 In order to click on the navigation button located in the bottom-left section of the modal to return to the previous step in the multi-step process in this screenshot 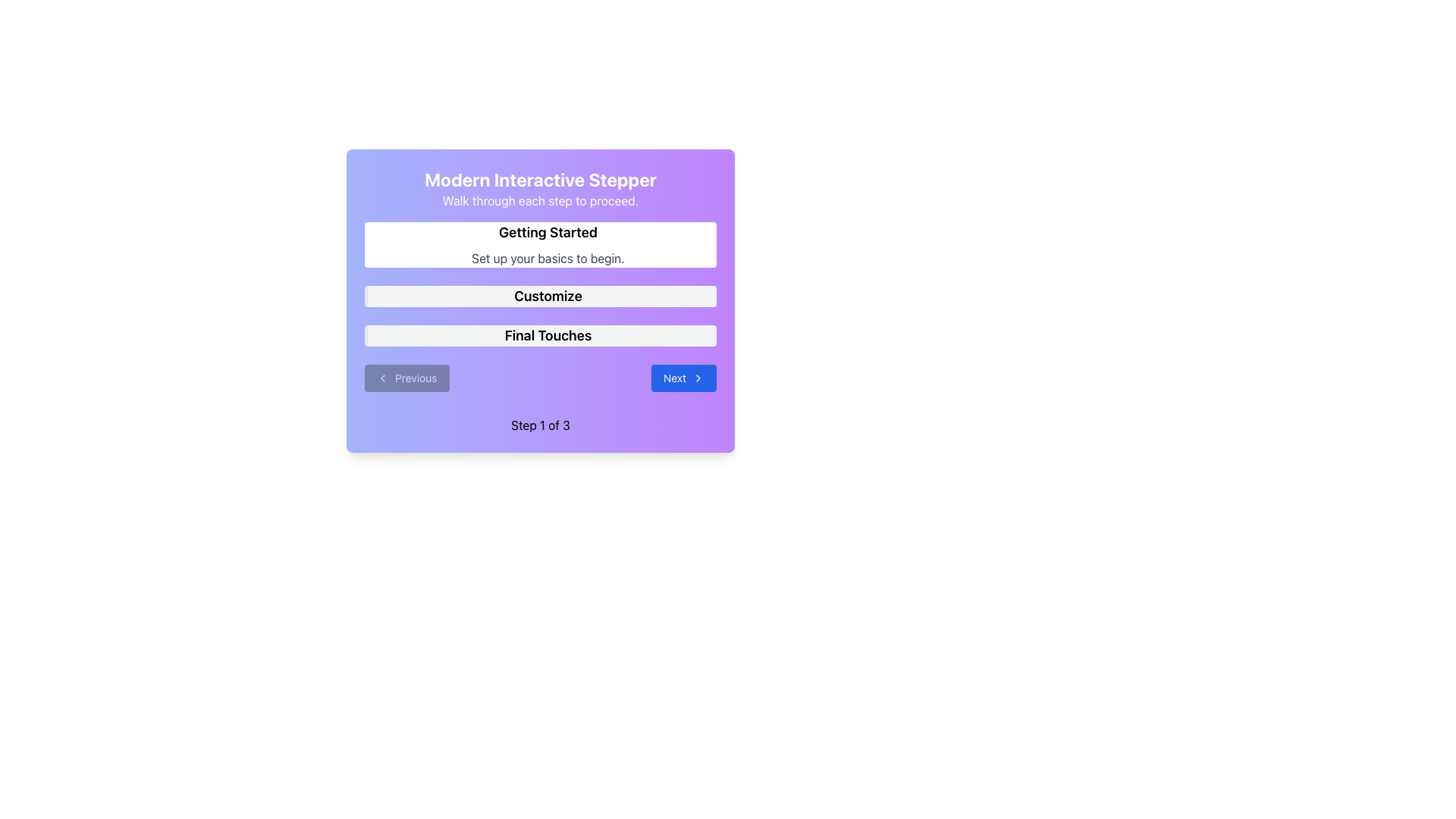, I will do `click(406, 377)`.